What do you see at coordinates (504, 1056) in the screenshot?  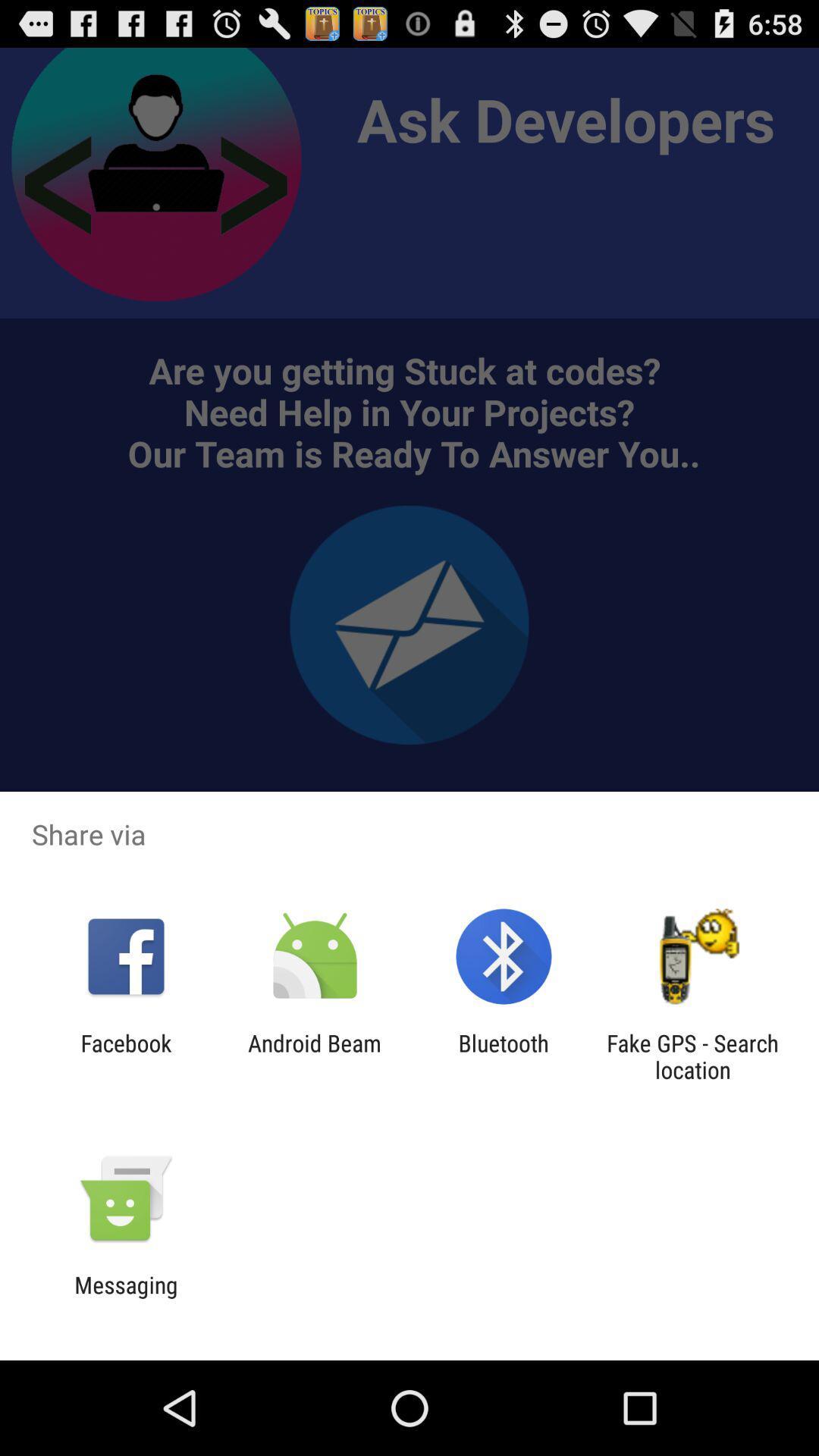 I see `the bluetooth` at bounding box center [504, 1056].